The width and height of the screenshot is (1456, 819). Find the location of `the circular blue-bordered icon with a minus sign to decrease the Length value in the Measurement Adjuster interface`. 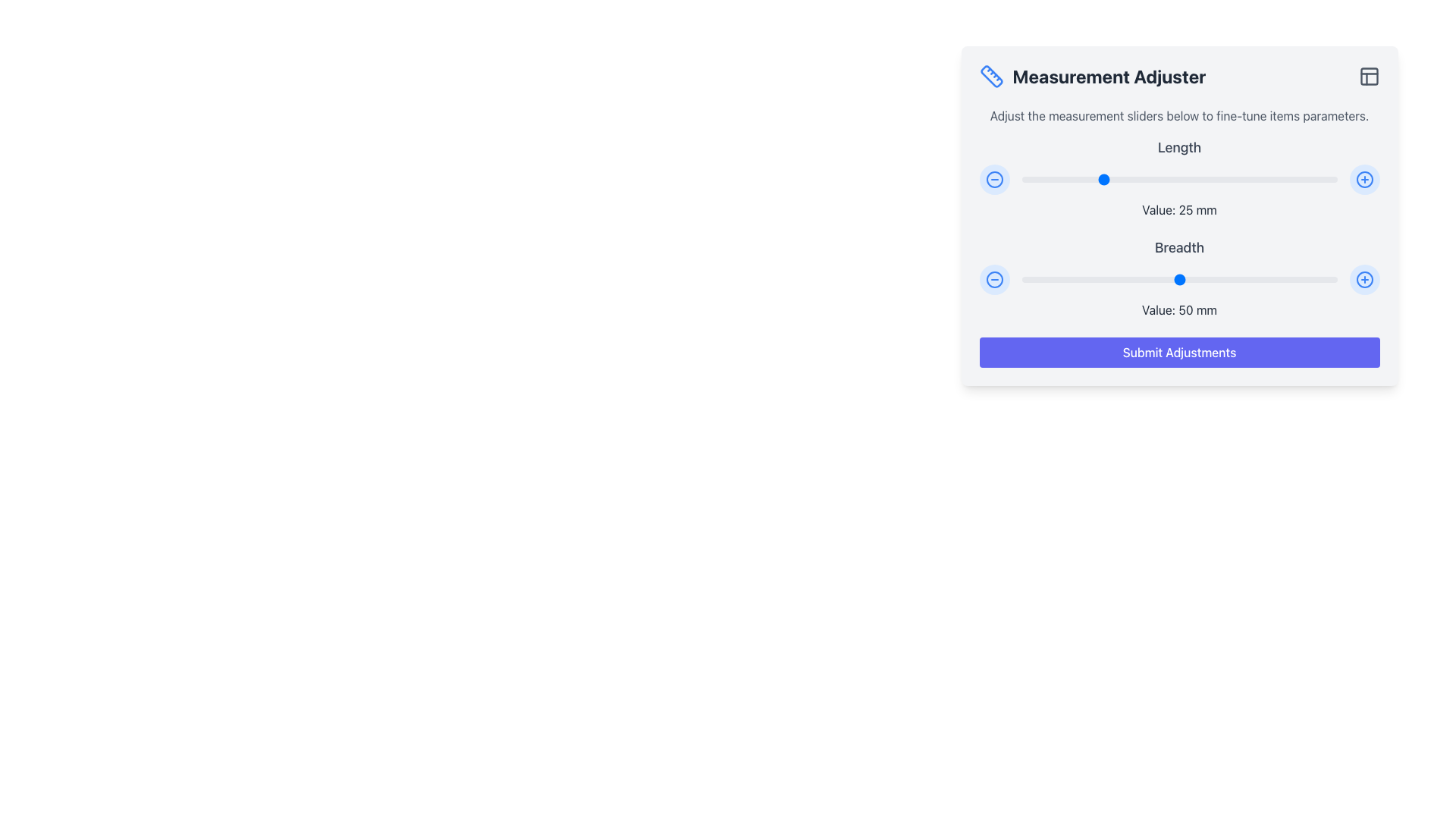

the circular blue-bordered icon with a minus sign to decrease the Length value in the Measurement Adjuster interface is located at coordinates (994, 178).